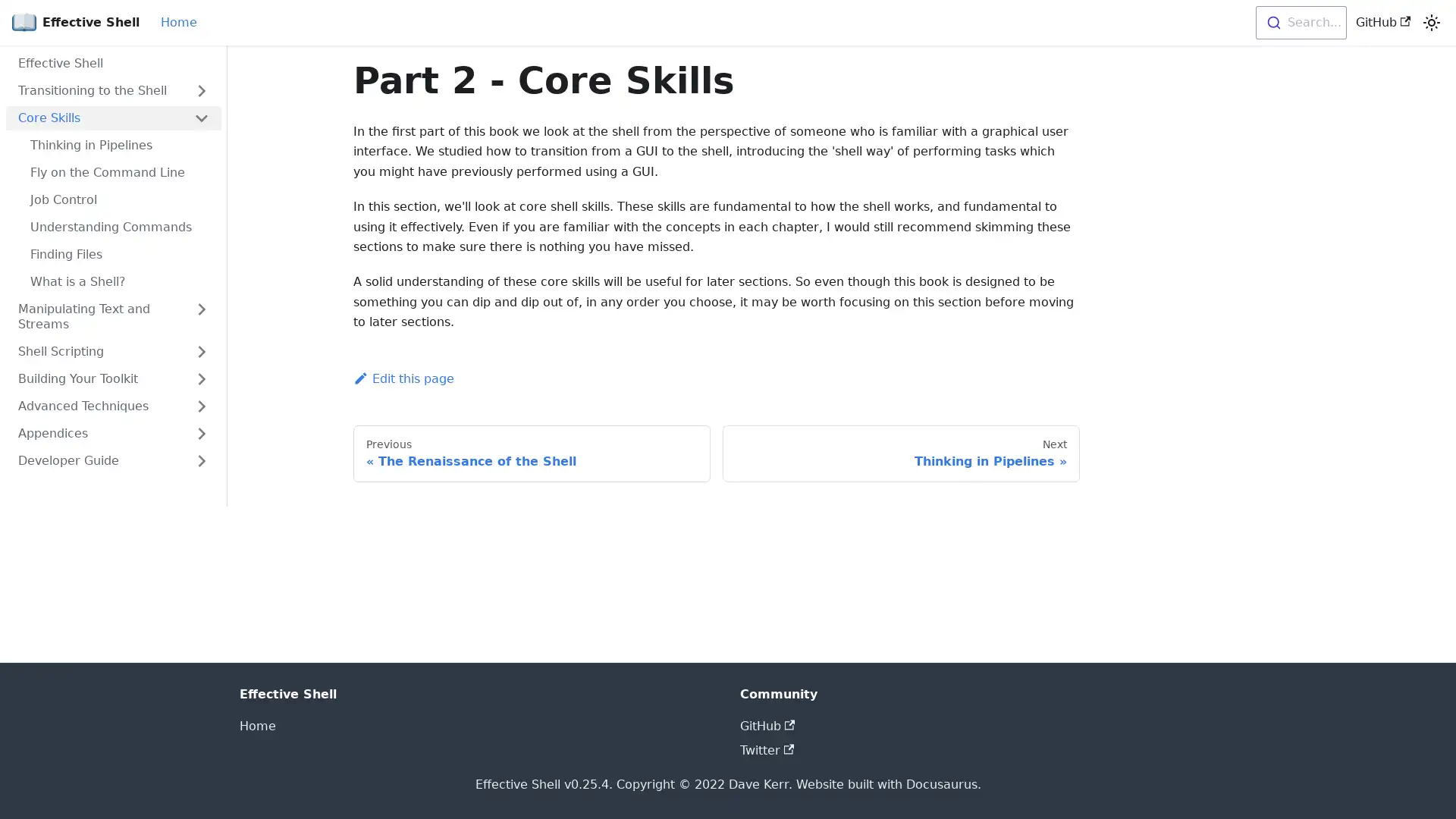 The image size is (1456, 819). Describe the element at coordinates (200, 406) in the screenshot. I see `Toggle the collapsible sidebar category 'Advanced Techniques'` at that location.